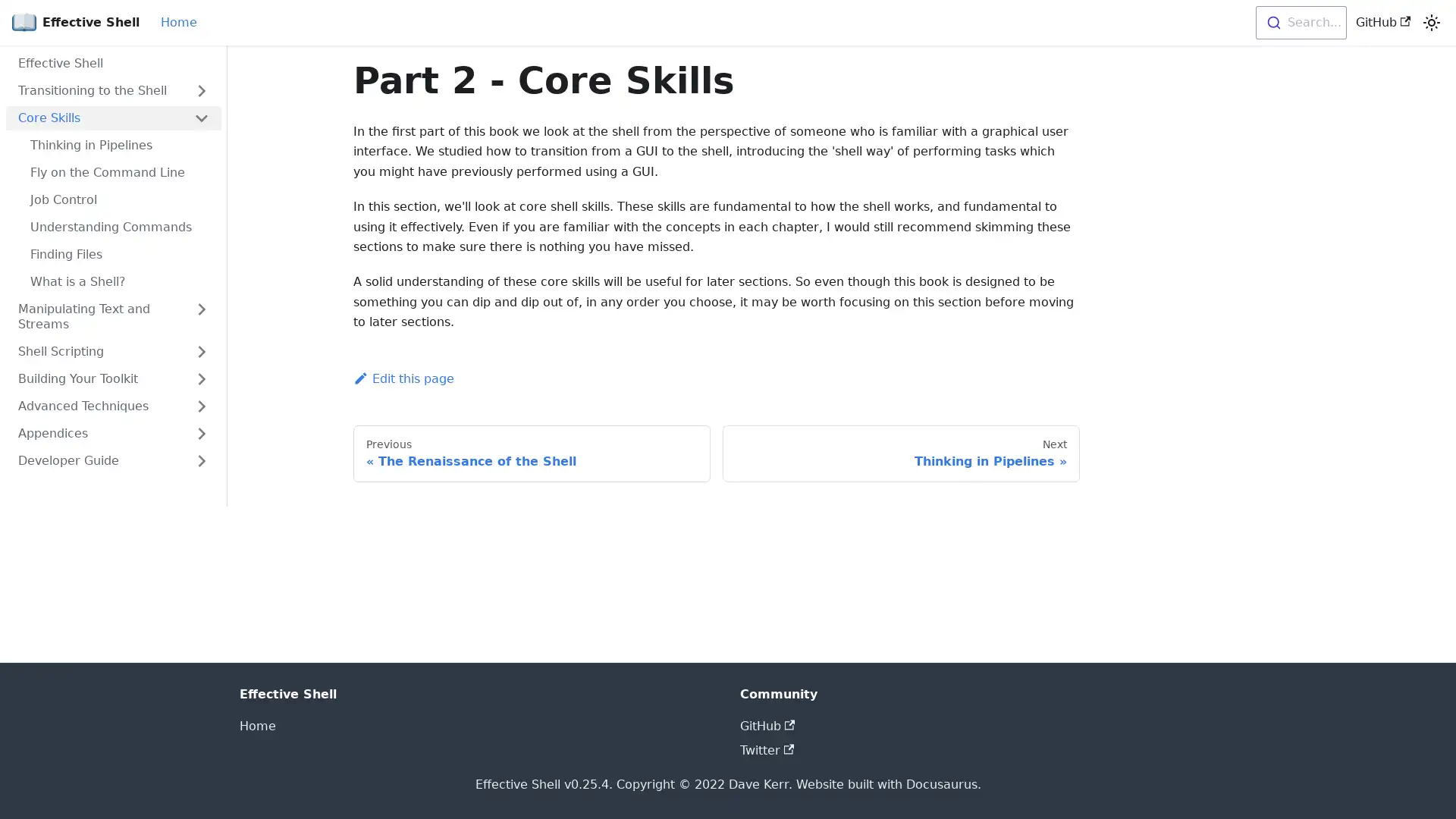 The image size is (1456, 819). Describe the element at coordinates (200, 406) in the screenshot. I see `Toggle the collapsible sidebar category 'Advanced Techniques'` at that location.